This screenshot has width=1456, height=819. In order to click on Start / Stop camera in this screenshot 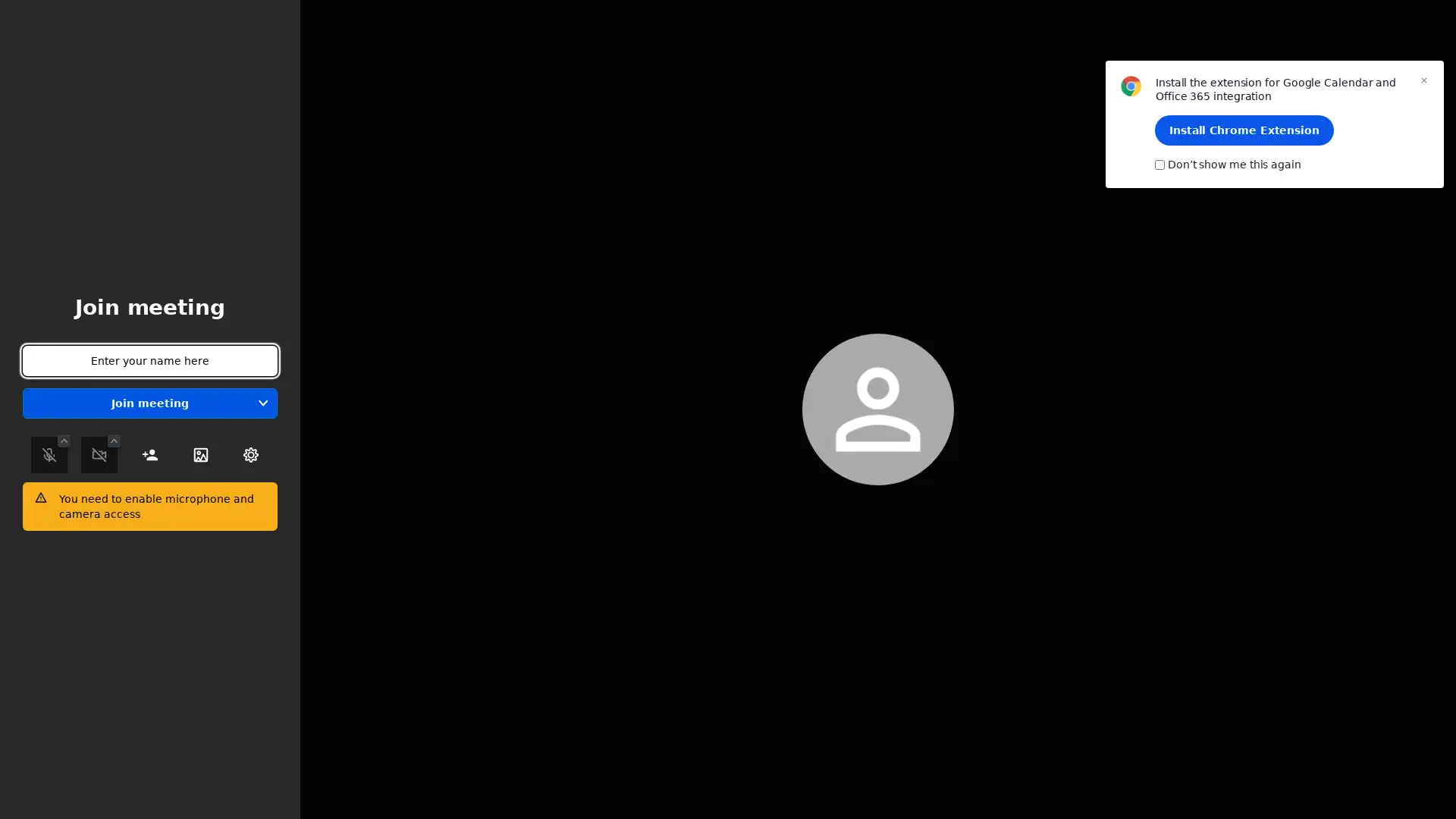, I will do `click(98, 454)`.